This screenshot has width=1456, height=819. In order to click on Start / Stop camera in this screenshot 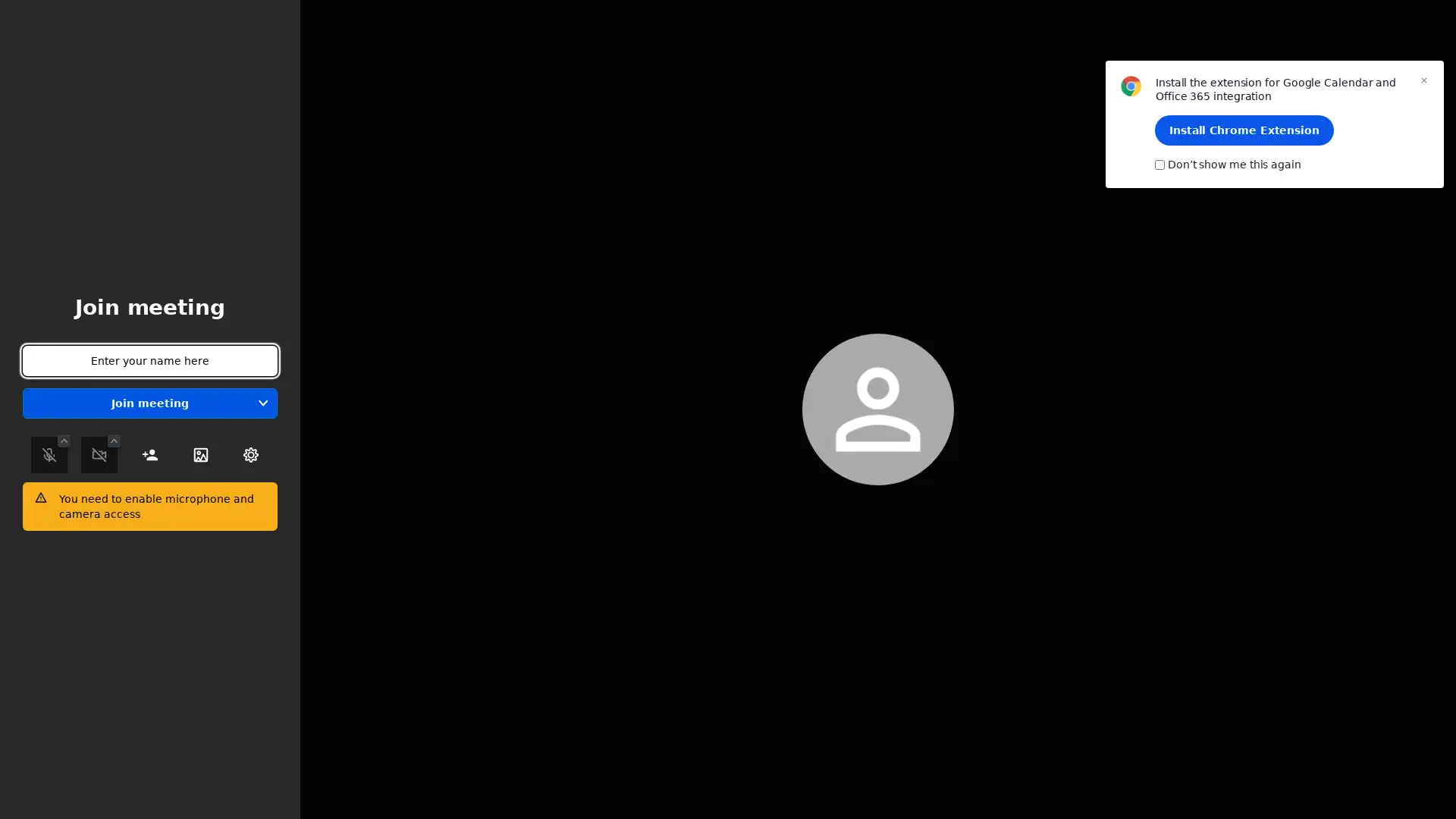, I will do `click(98, 454)`.